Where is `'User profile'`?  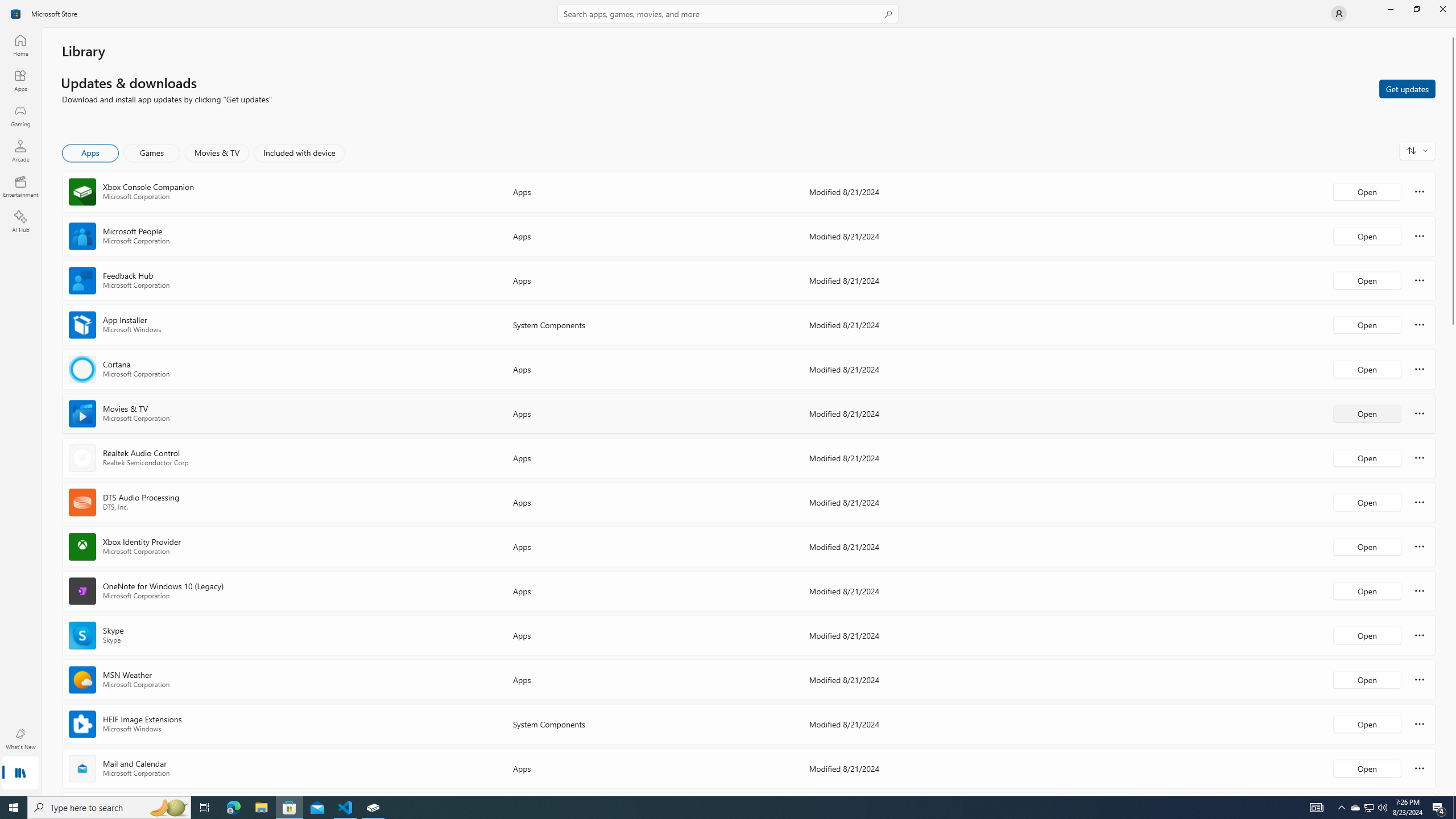 'User profile' is located at coordinates (1338, 13).